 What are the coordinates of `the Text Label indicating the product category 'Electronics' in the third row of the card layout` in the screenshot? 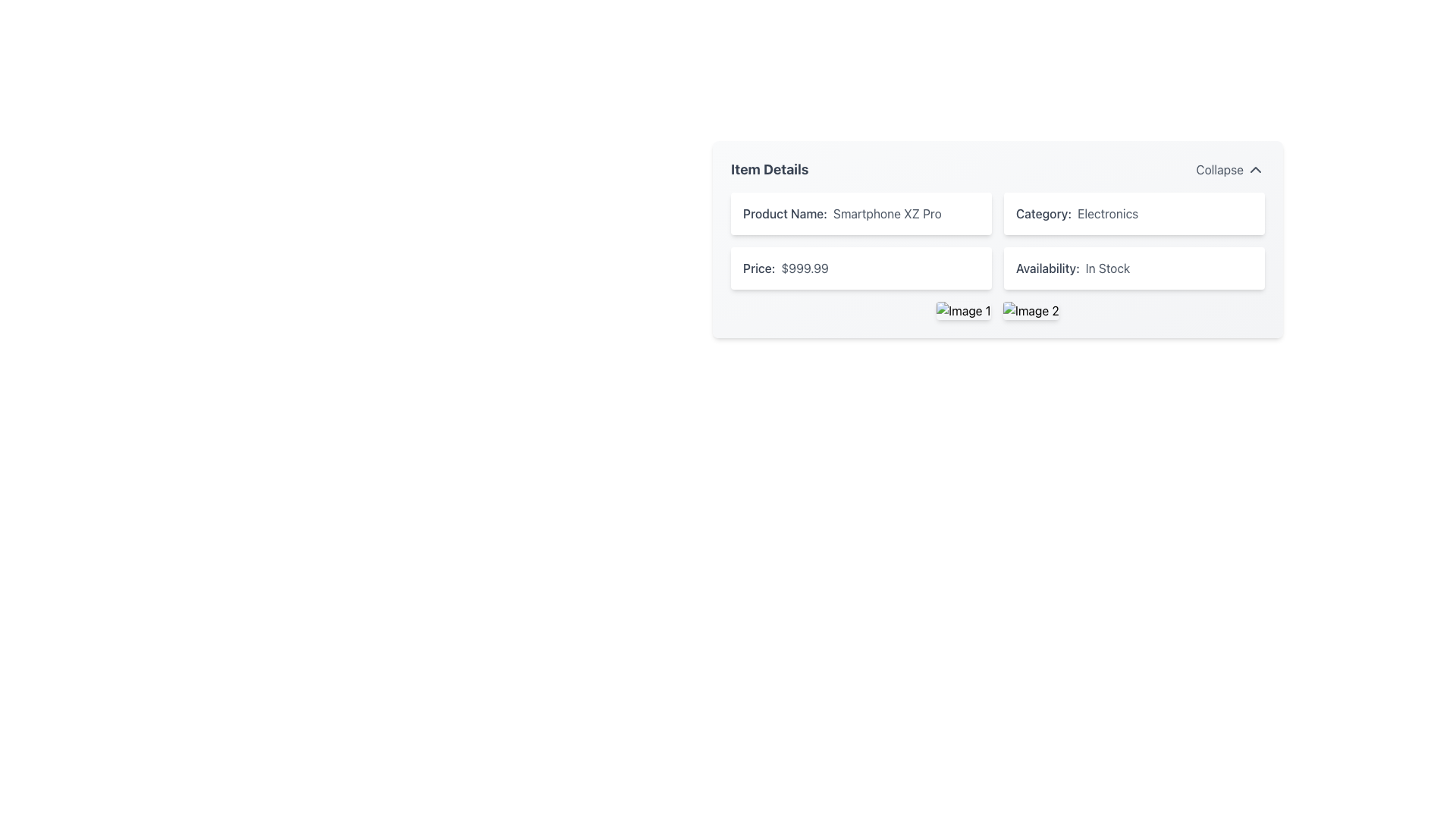 It's located at (1043, 213).